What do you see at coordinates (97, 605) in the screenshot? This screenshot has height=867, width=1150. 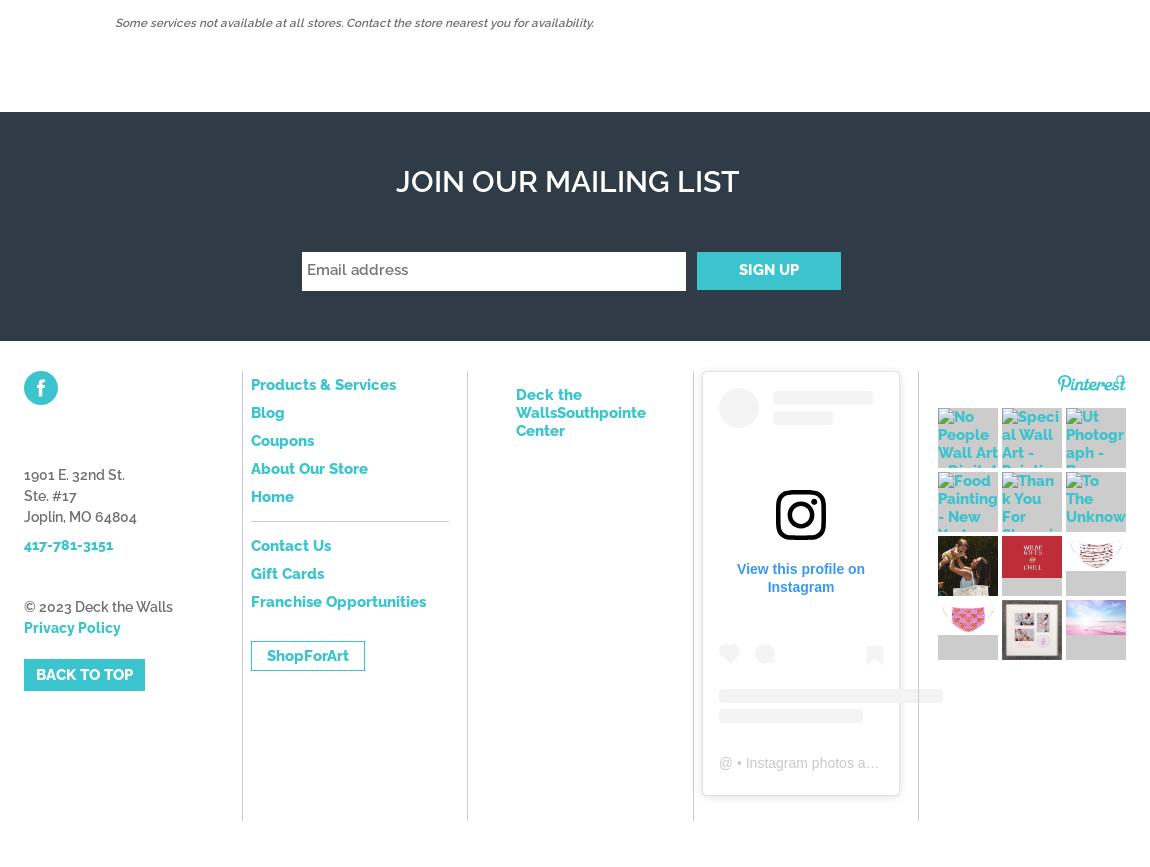 I see `'© 2023 Deck the Walls'` at bounding box center [97, 605].